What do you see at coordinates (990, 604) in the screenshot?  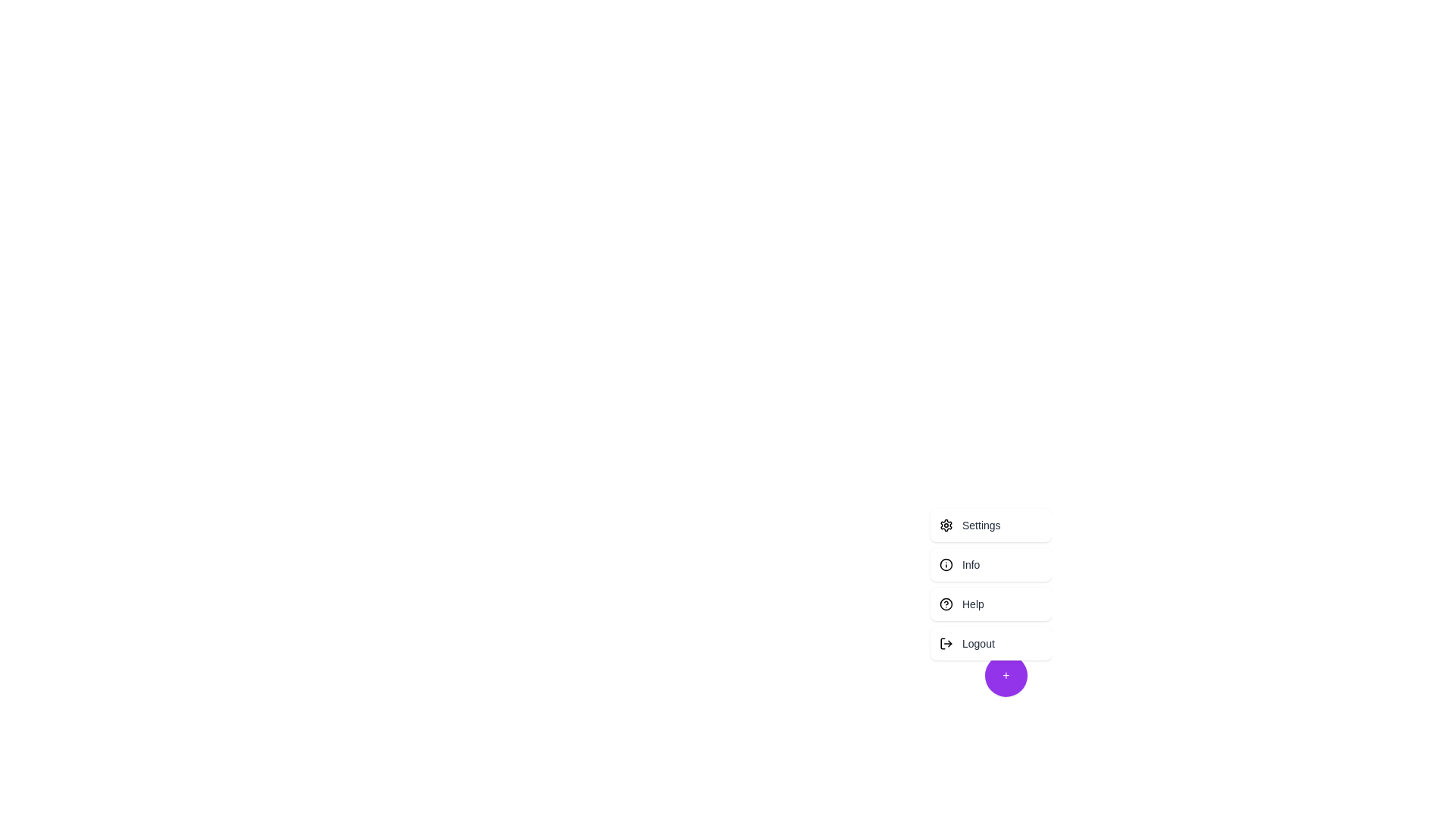 I see `the menu option Help to highlight it` at bounding box center [990, 604].